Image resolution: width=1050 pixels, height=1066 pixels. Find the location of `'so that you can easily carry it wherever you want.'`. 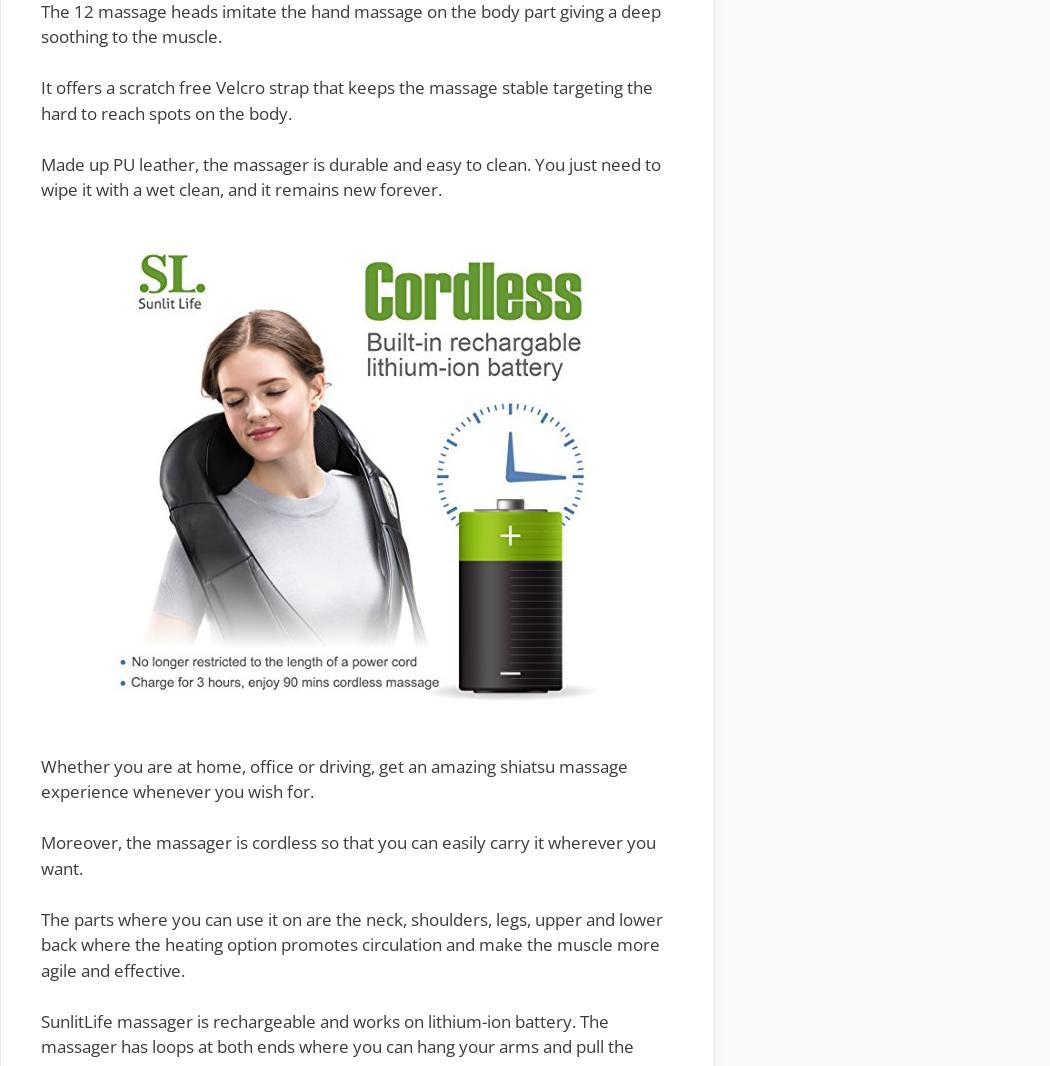

'so that you can easily carry it wherever you want.' is located at coordinates (347, 855).